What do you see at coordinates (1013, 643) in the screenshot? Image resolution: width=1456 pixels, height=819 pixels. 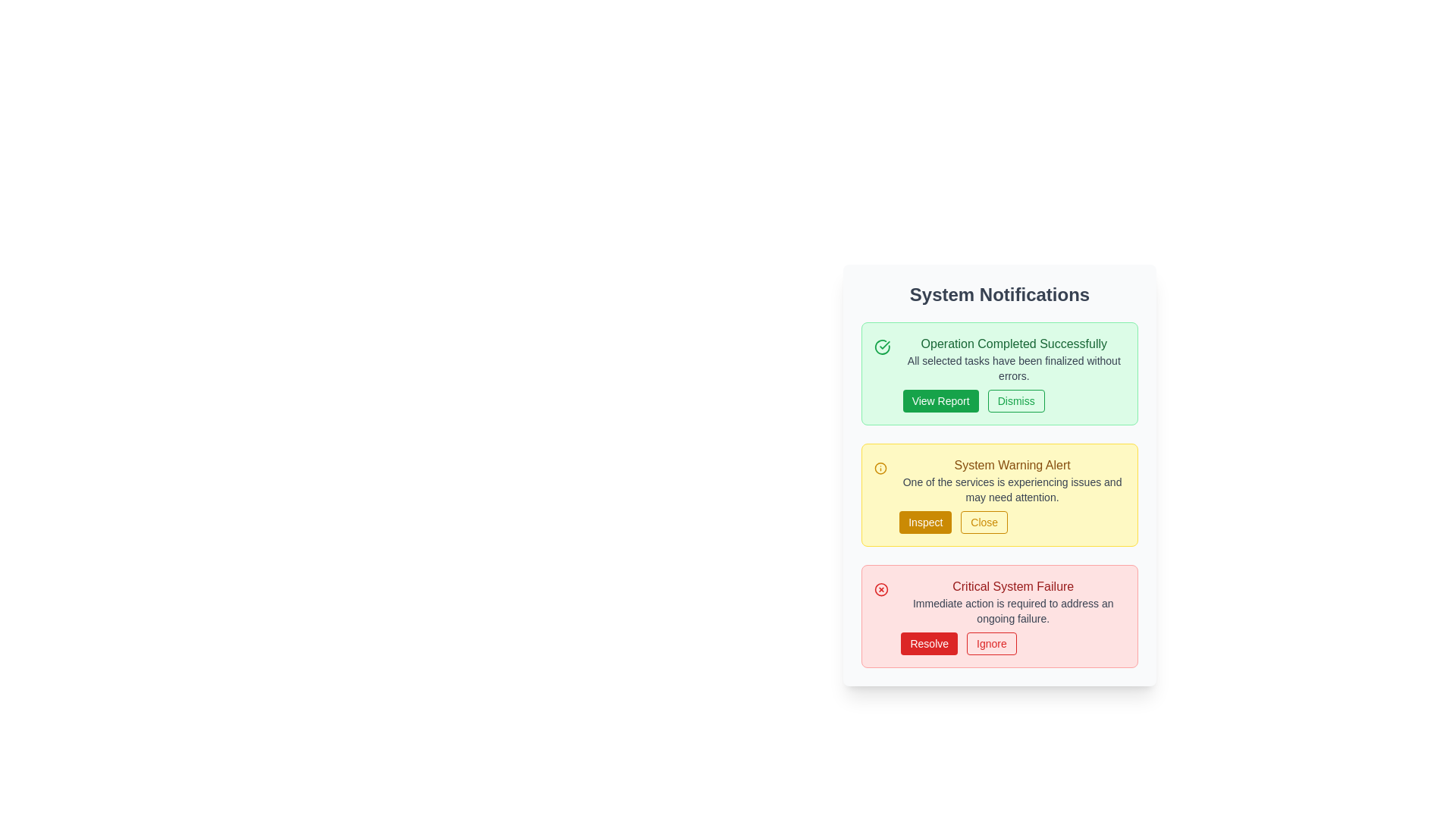 I see `the 'Ignore' button located at the bottom-right end of the notification card titled 'Critical System Failure' for keyboard navigation` at bounding box center [1013, 643].